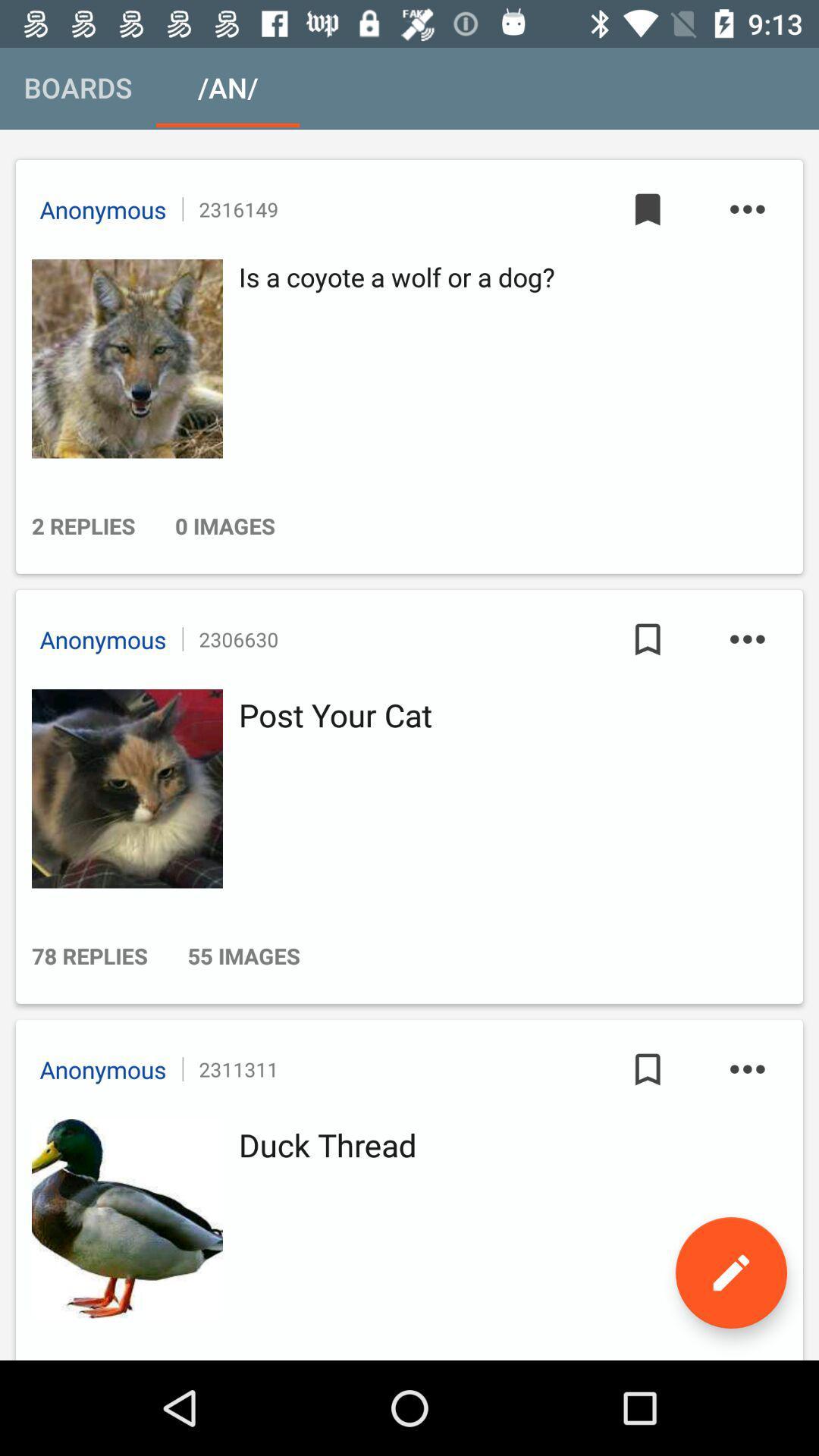  What do you see at coordinates (730, 1272) in the screenshot?
I see `edit` at bounding box center [730, 1272].